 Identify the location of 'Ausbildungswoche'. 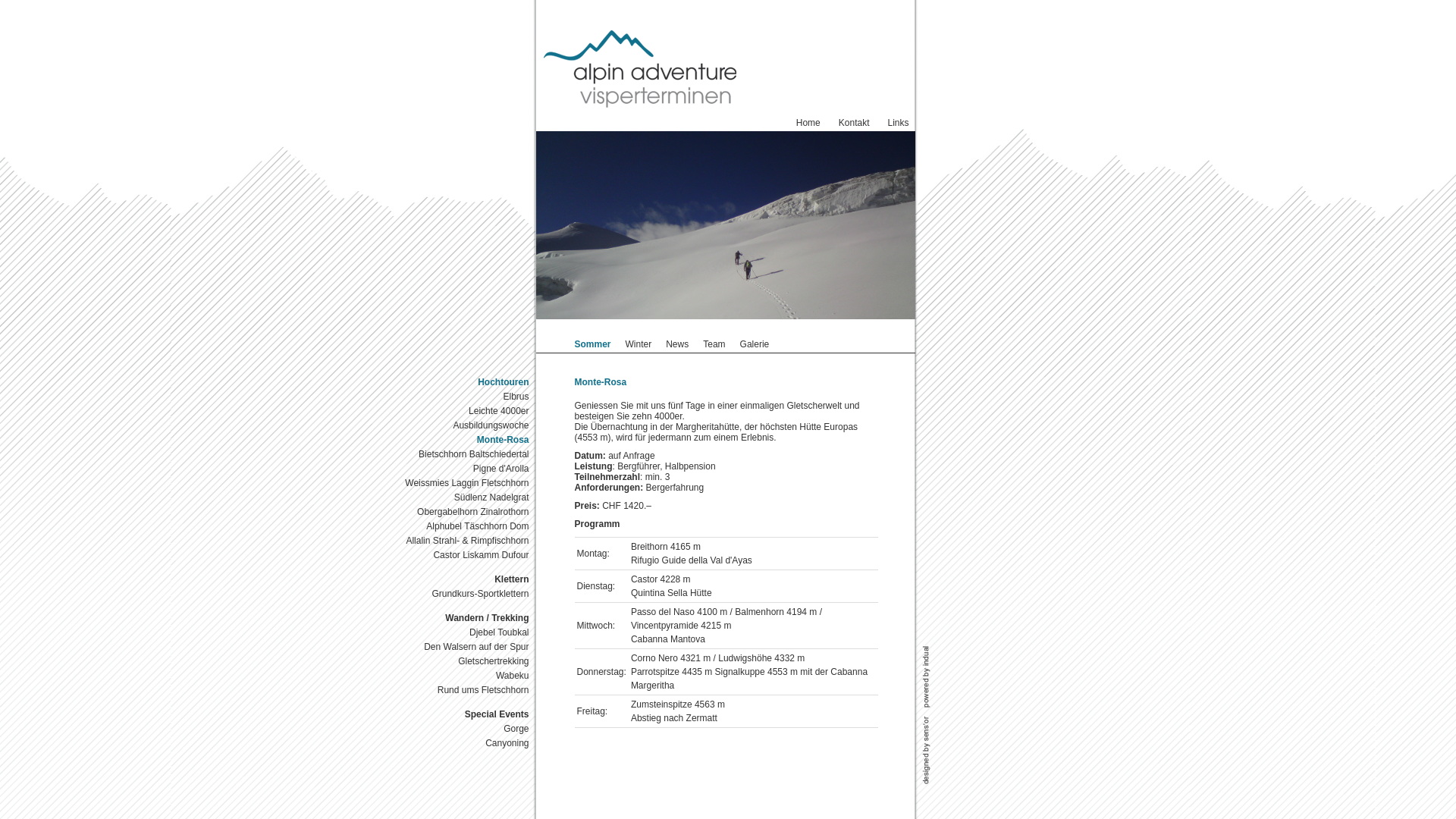
(462, 425).